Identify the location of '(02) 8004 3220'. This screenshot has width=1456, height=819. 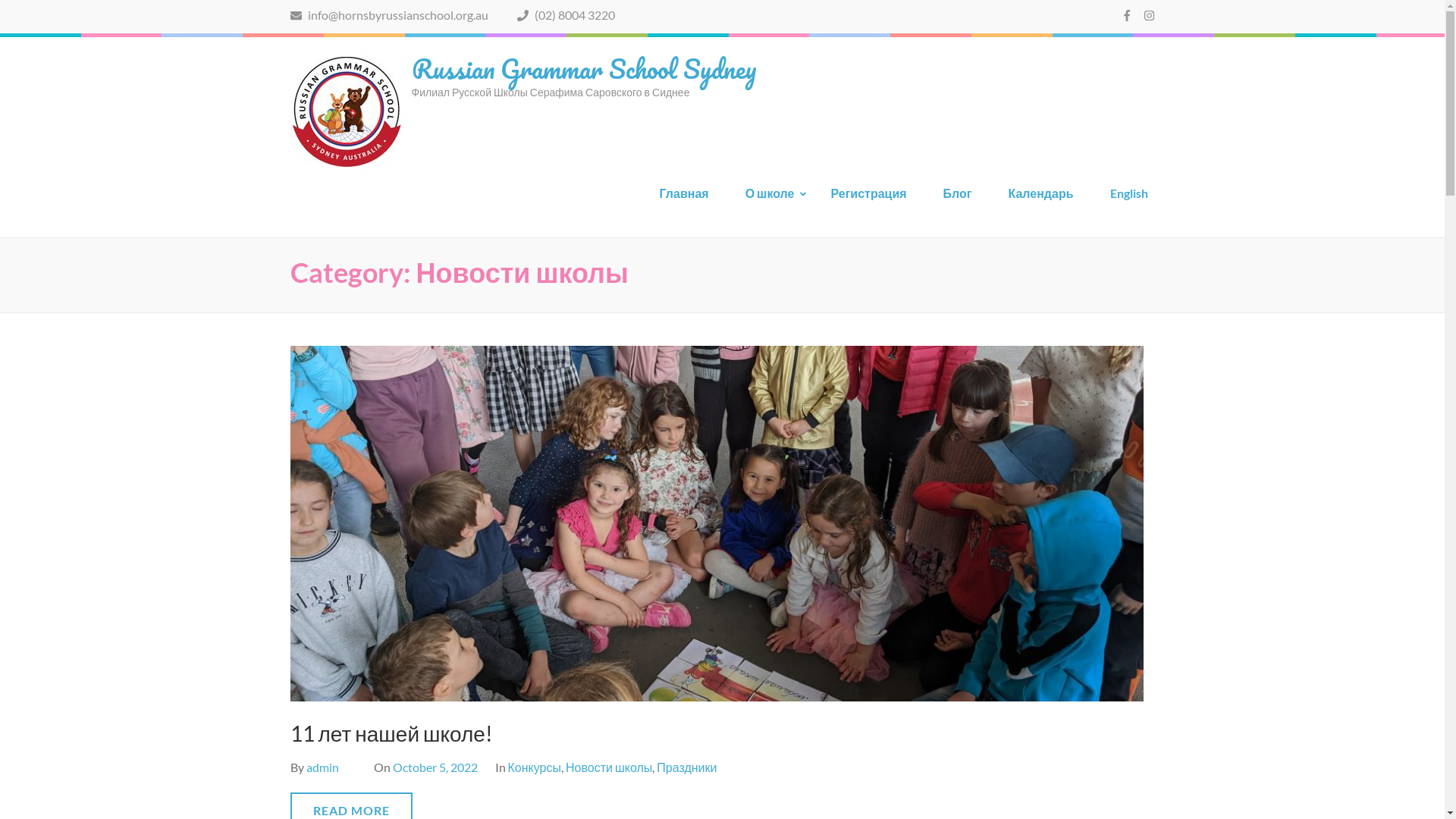
(516, 14).